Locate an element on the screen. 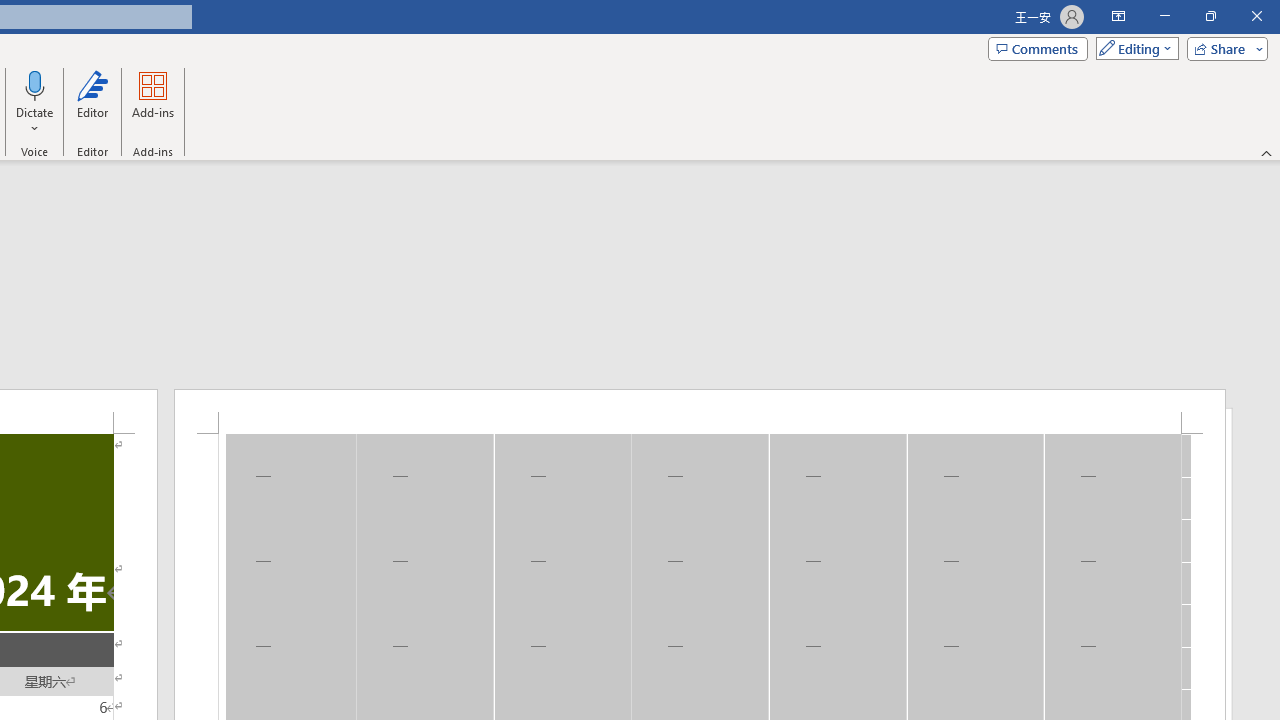 The width and height of the screenshot is (1280, 720). 'Restore Down' is located at coordinates (1209, 16).